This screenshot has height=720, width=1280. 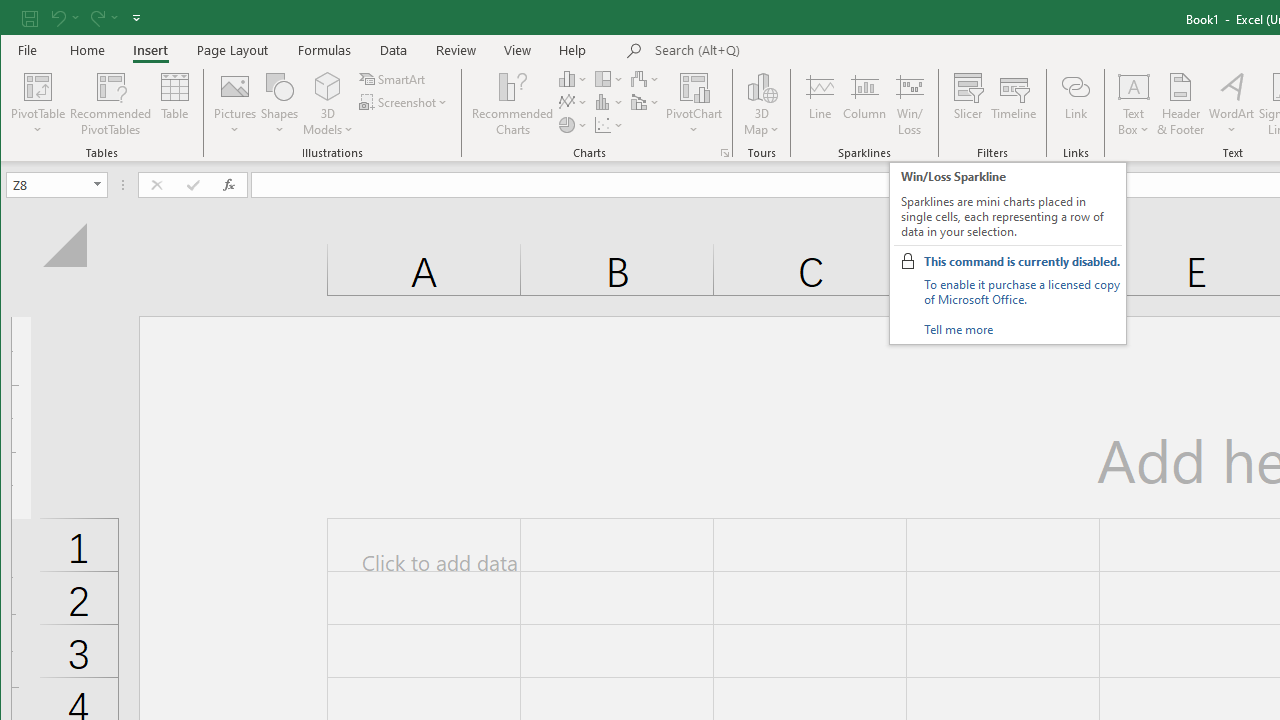 What do you see at coordinates (328, 104) in the screenshot?
I see `'3D Models'` at bounding box center [328, 104].